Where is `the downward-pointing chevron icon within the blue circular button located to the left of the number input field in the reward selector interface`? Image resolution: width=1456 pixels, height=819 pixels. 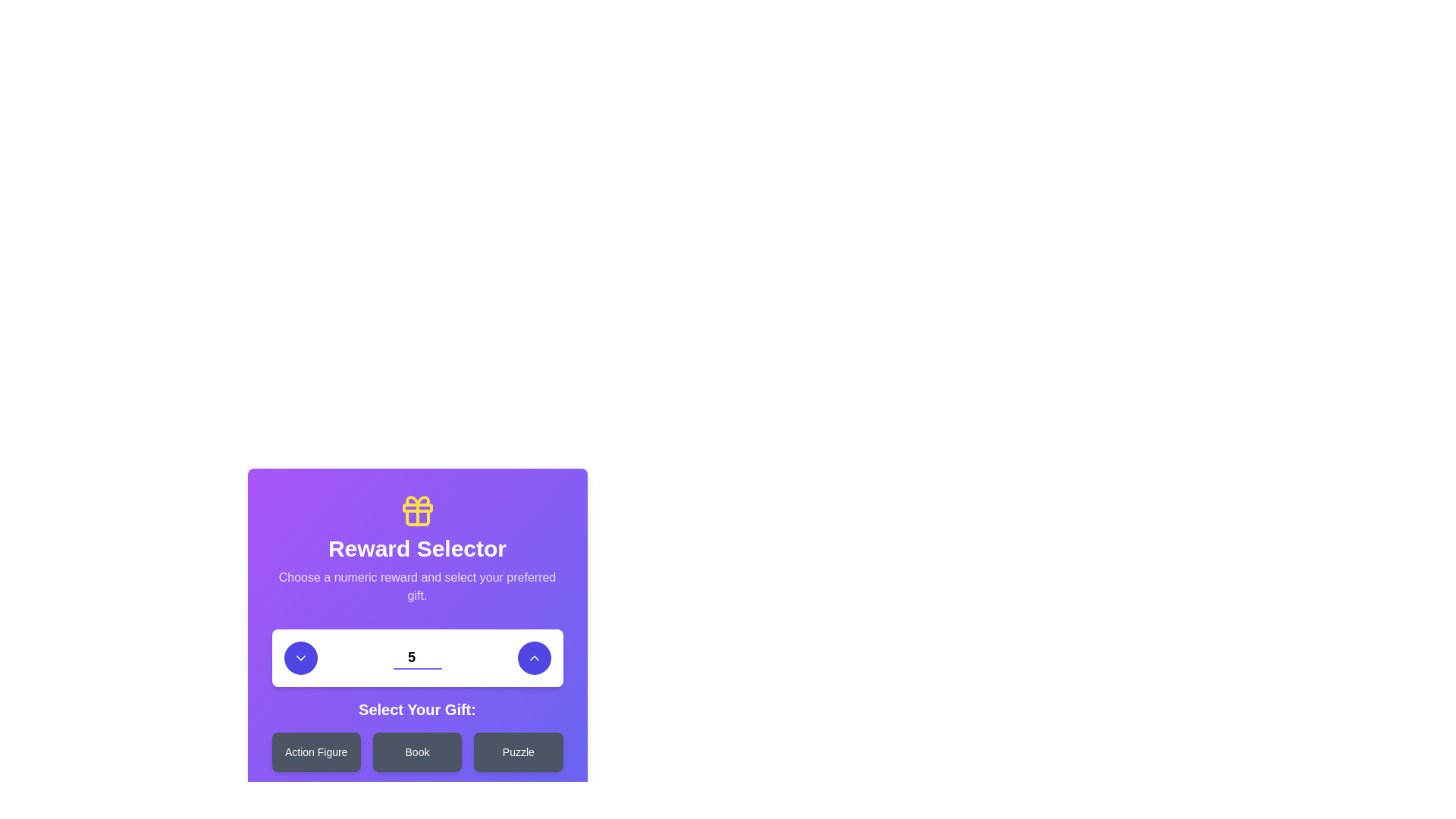 the downward-pointing chevron icon within the blue circular button located to the left of the number input field in the reward selector interface is located at coordinates (300, 657).